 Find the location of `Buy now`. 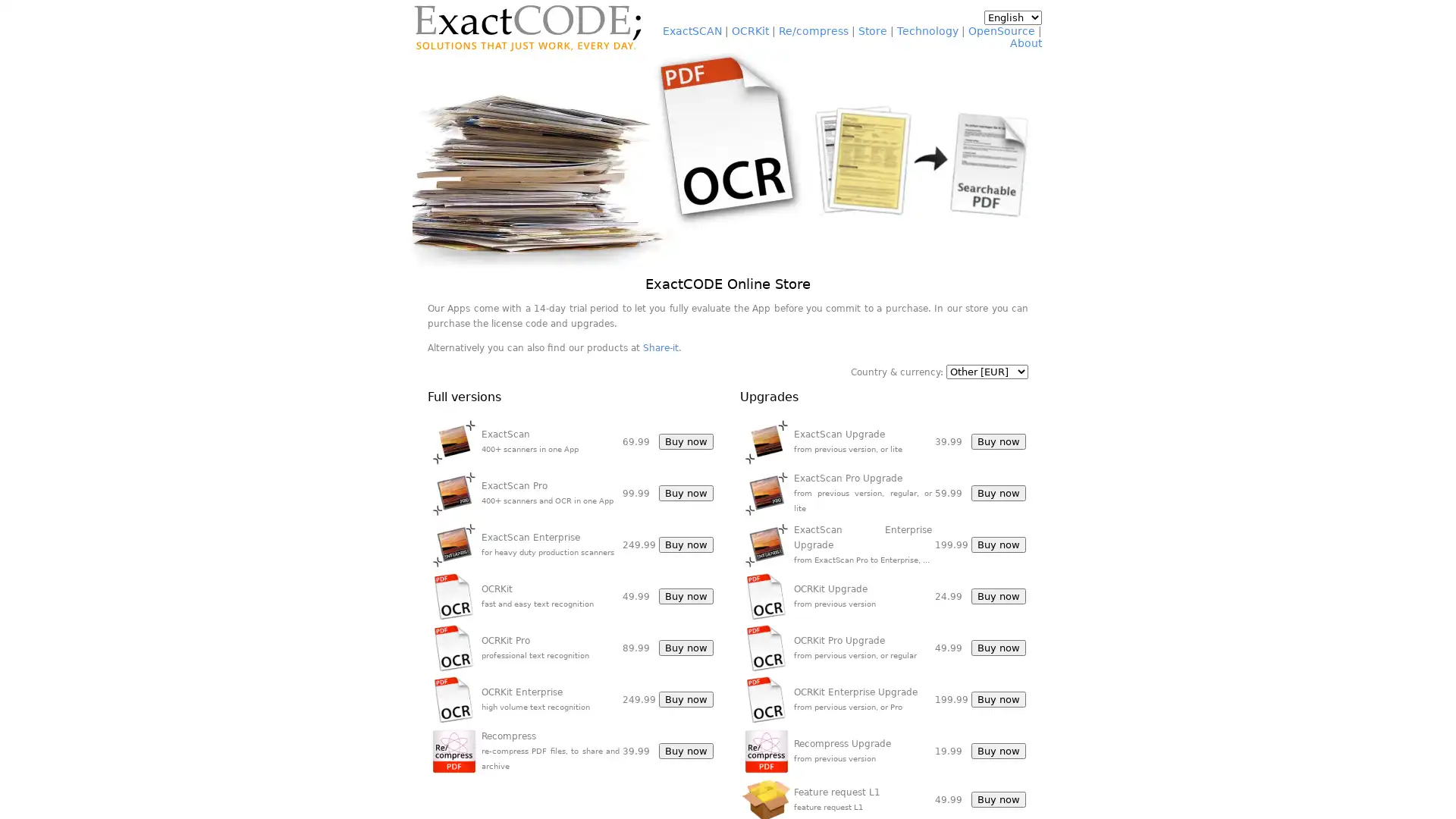

Buy now is located at coordinates (997, 751).